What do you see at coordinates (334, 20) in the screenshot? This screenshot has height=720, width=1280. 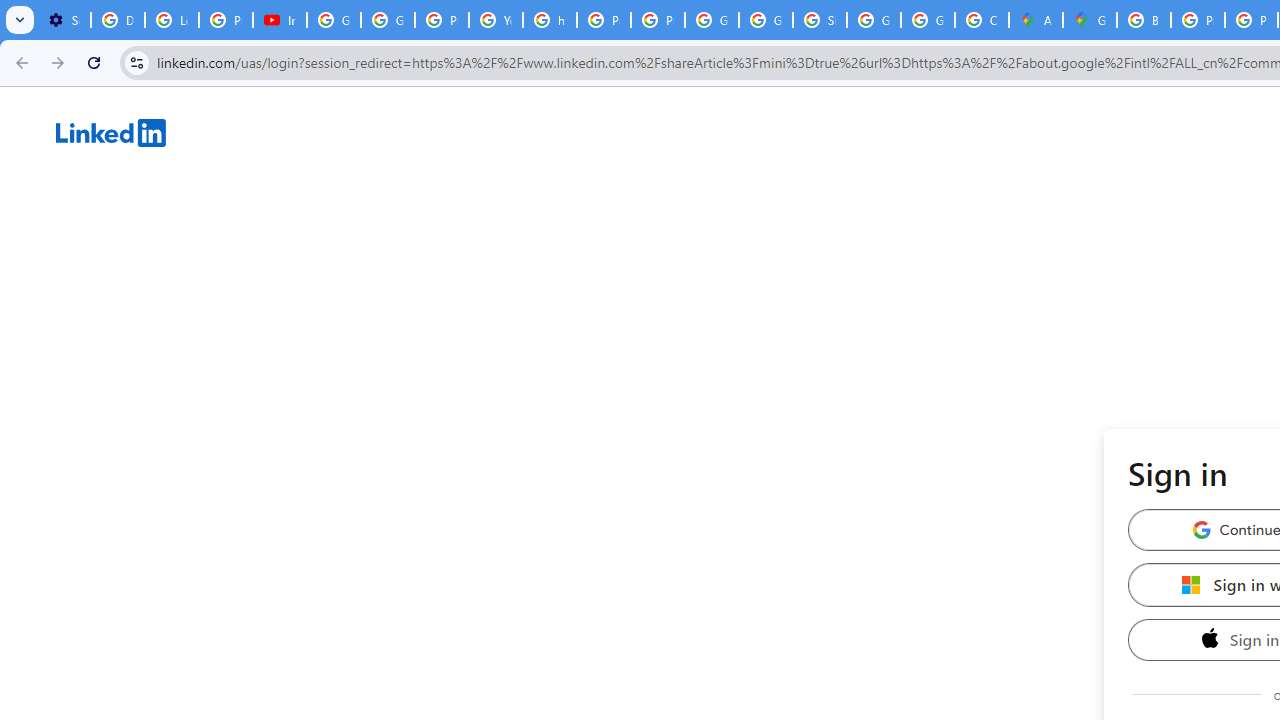 I see `'Google Account Help'` at bounding box center [334, 20].